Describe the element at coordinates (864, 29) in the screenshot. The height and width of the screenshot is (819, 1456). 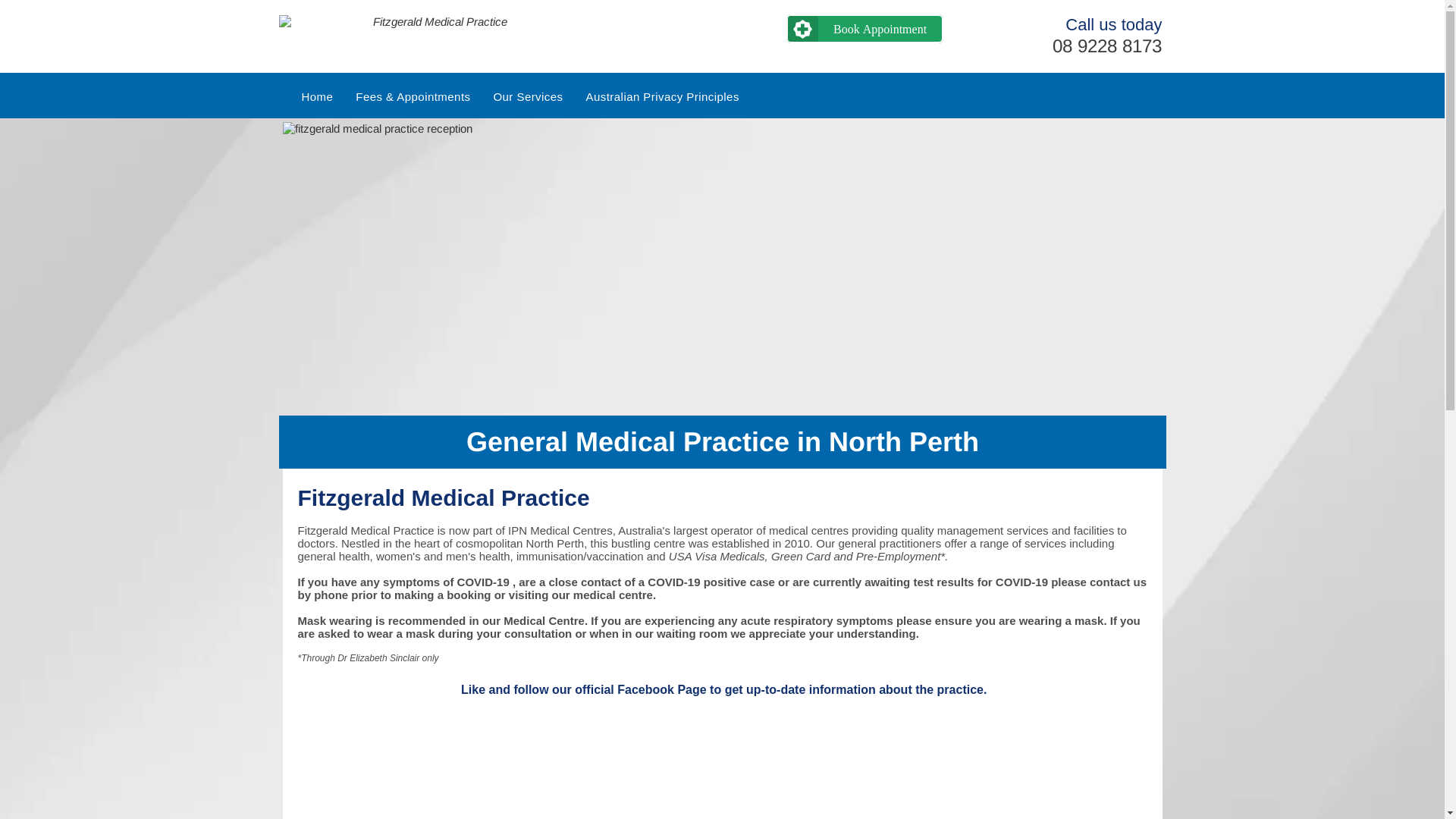
I see `'Book Appointment'` at that location.